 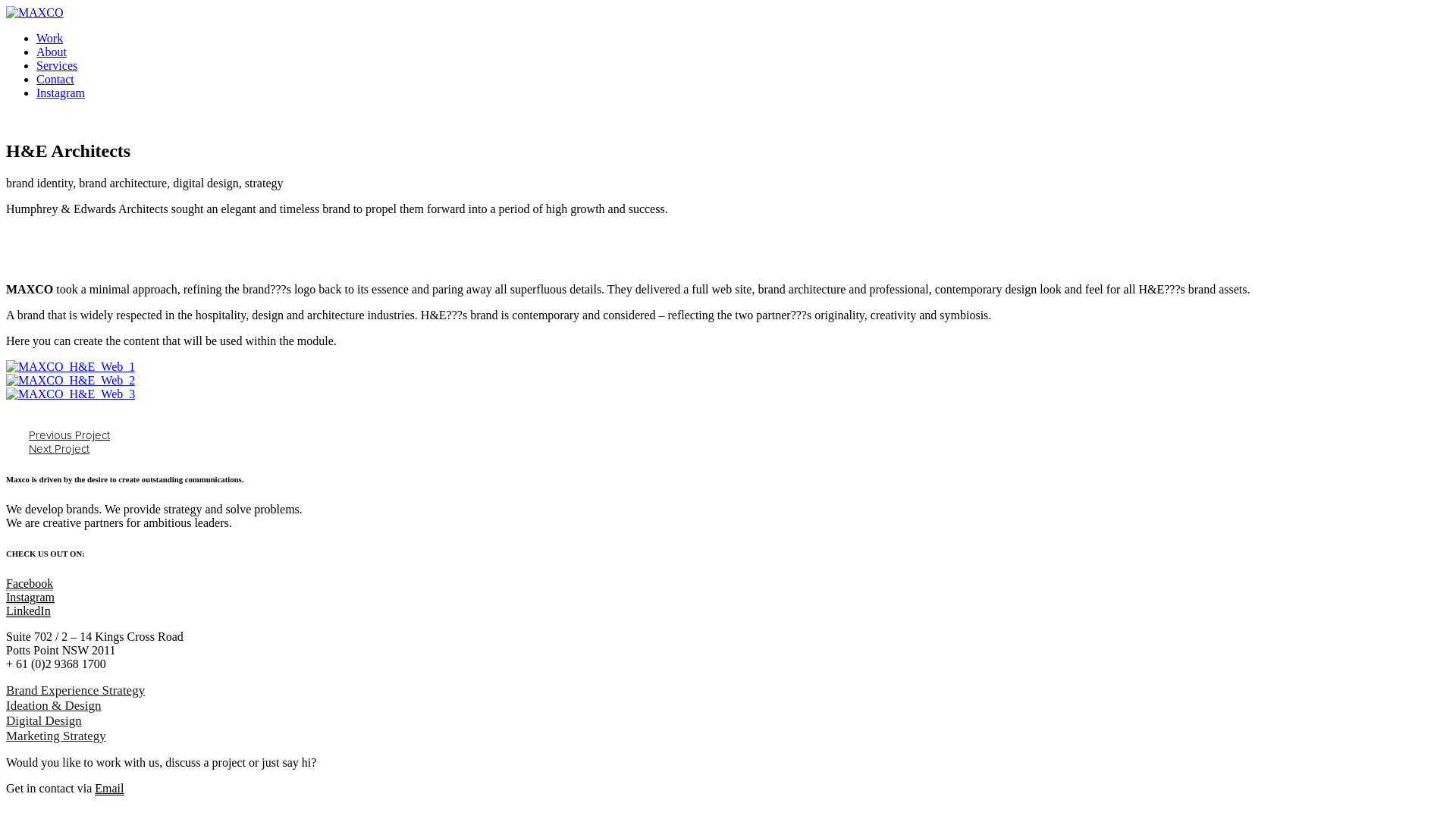 What do you see at coordinates (55, 735) in the screenshot?
I see `'Marketing Strategy'` at bounding box center [55, 735].